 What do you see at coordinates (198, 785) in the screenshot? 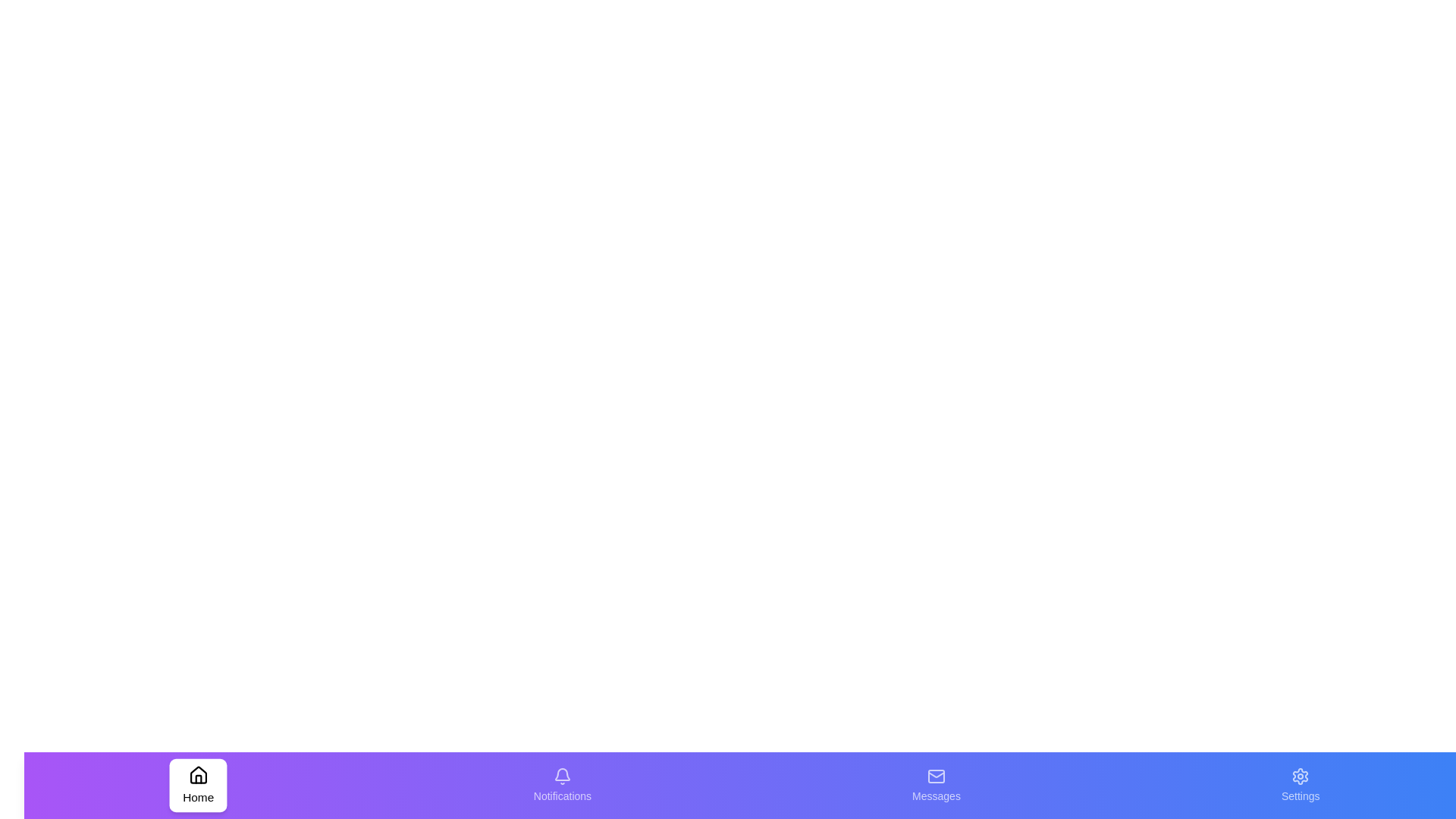
I see `the Home tab to observe its visual feedback` at bounding box center [198, 785].